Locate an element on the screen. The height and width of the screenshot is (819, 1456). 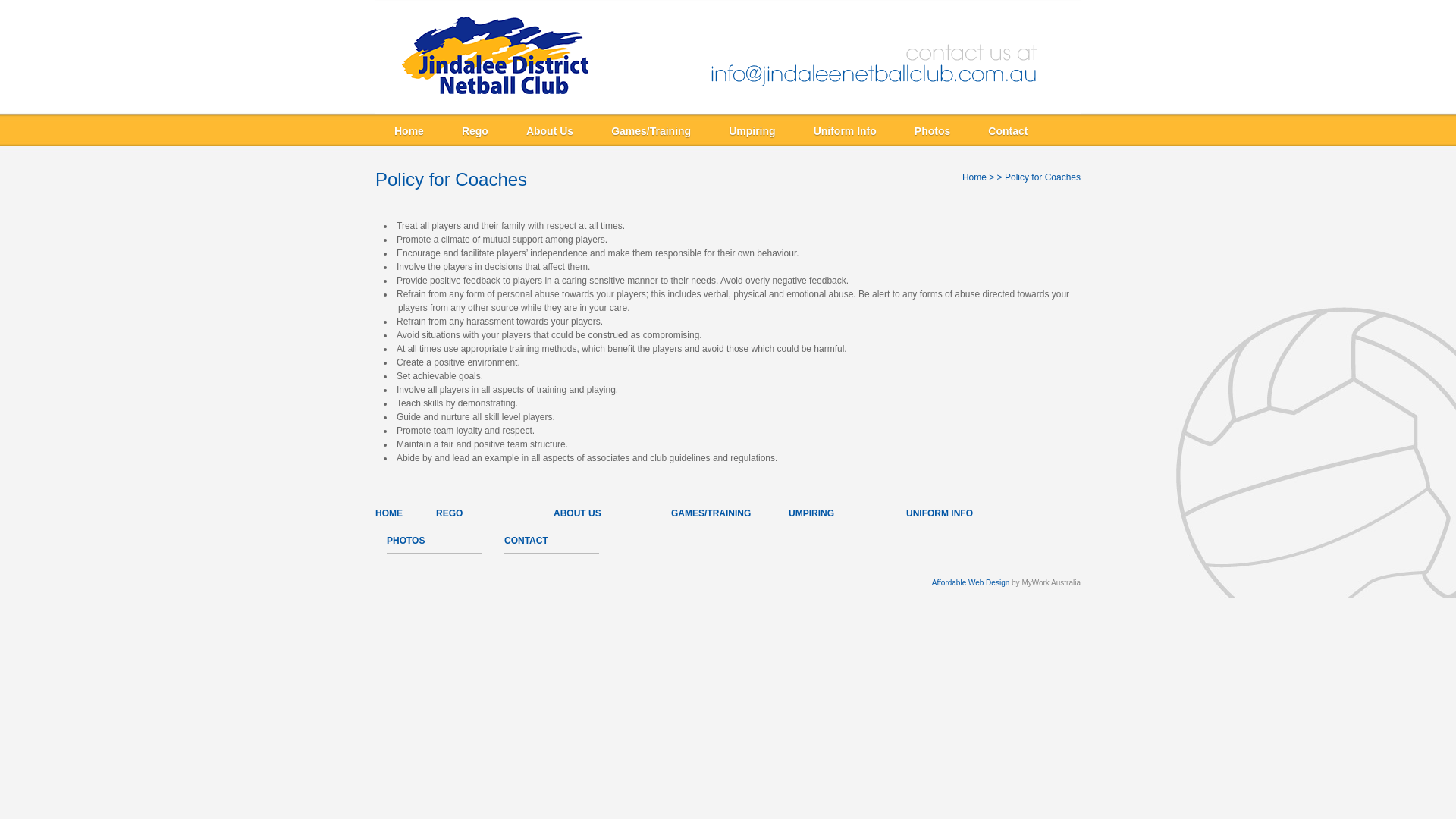
'UMPIRING' is located at coordinates (811, 513).